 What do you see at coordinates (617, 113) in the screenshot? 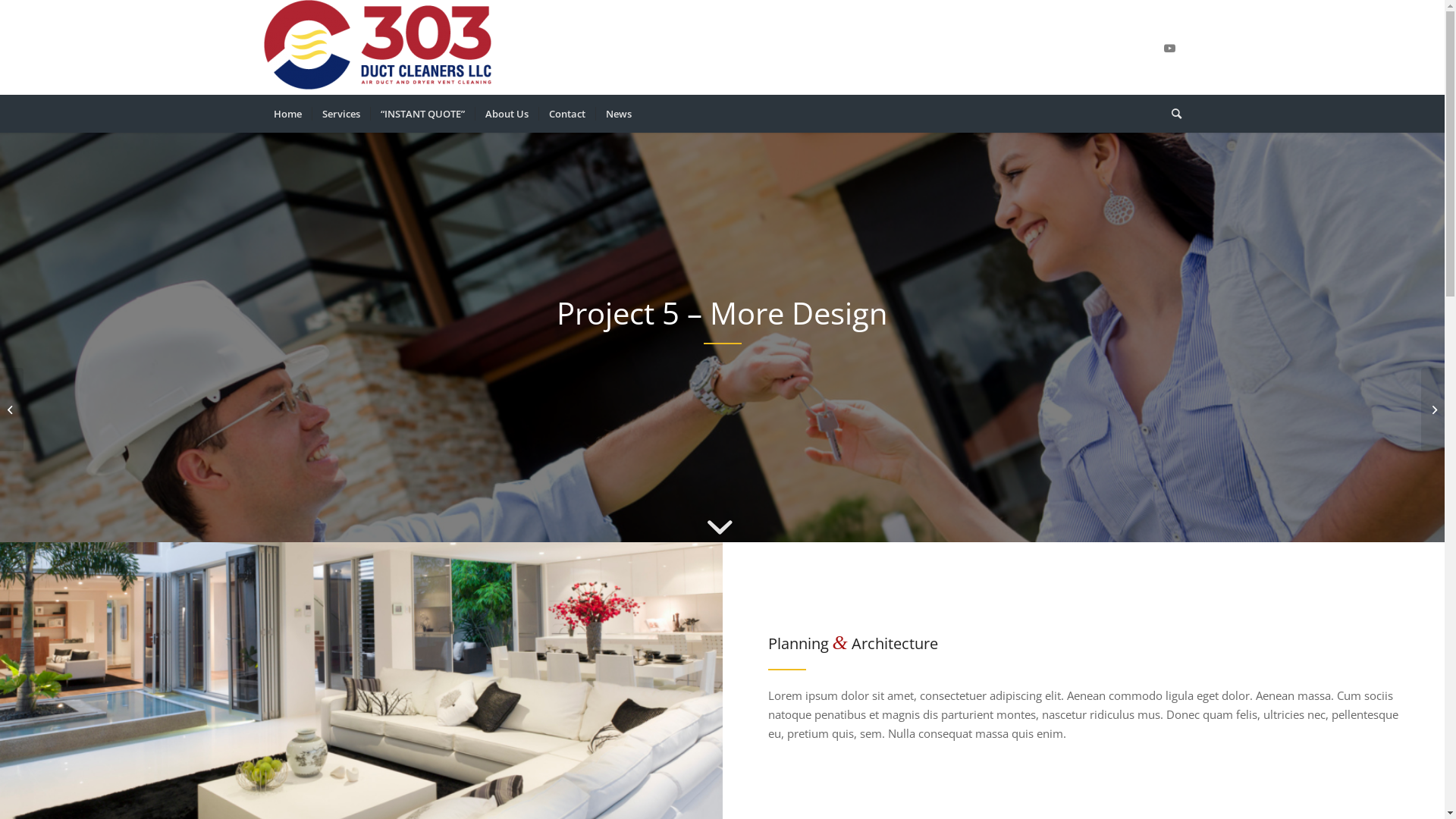
I see `'News'` at bounding box center [617, 113].